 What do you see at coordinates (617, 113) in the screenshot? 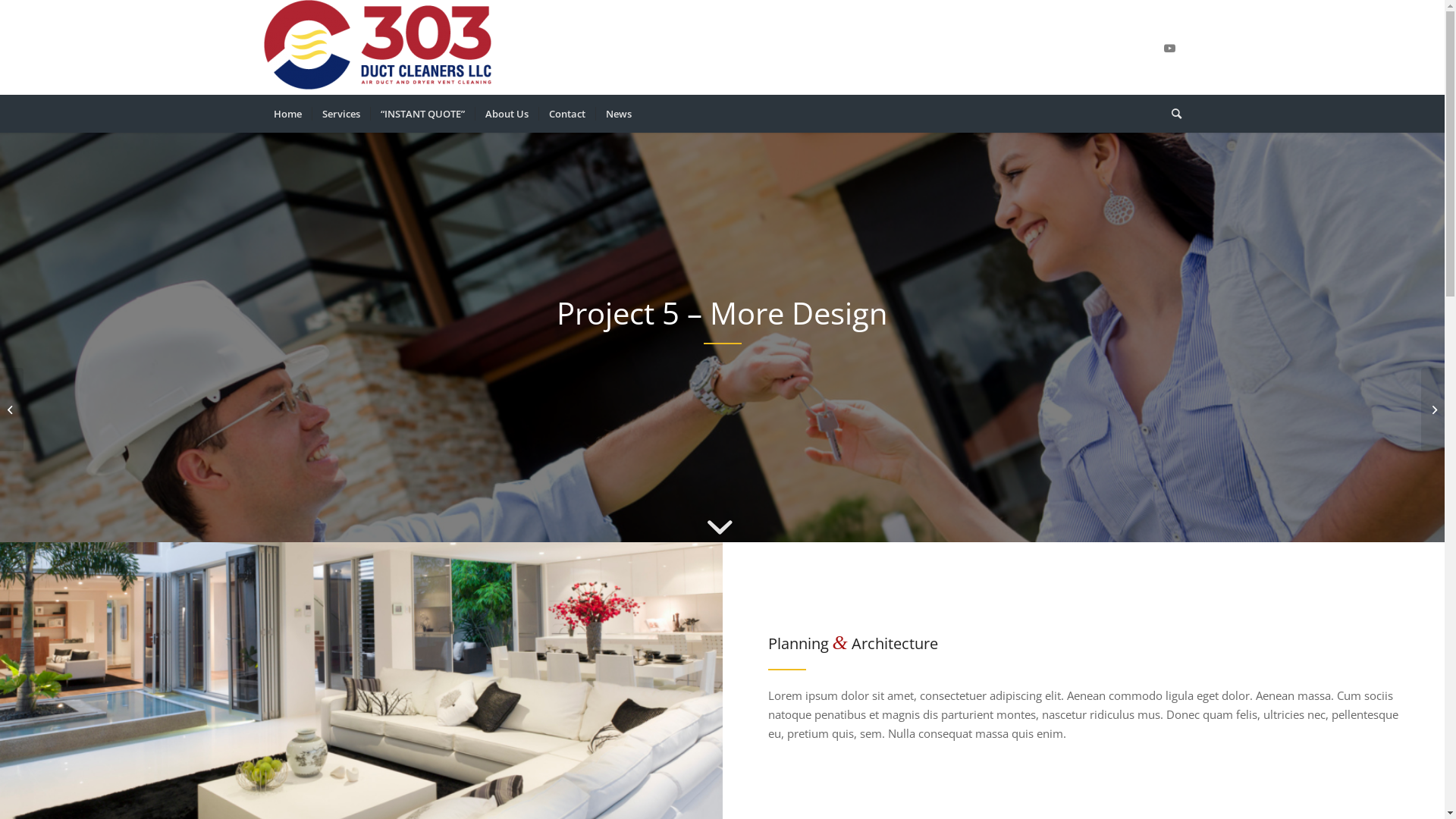
I see `'News'` at bounding box center [617, 113].